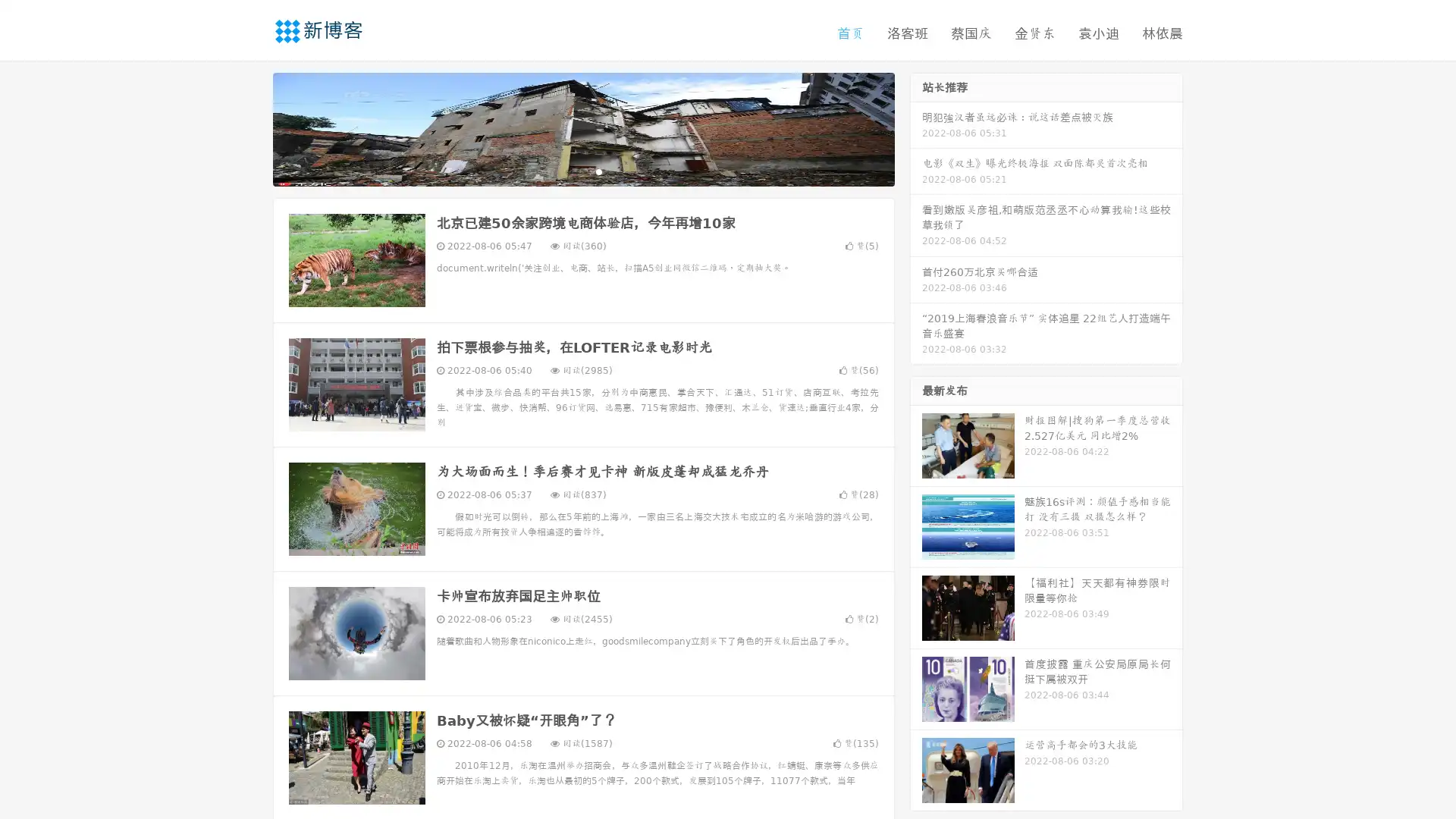 The height and width of the screenshot is (819, 1456). I want to click on Go to slide 2, so click(582, 171).